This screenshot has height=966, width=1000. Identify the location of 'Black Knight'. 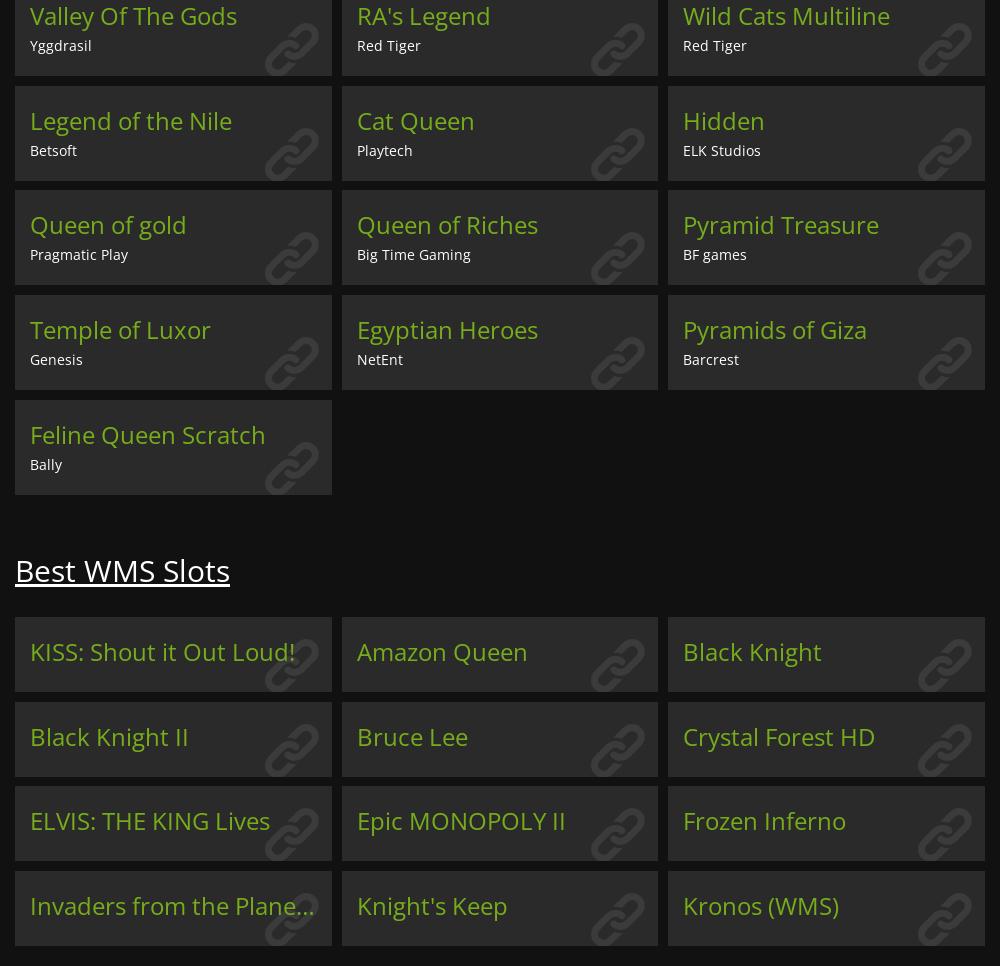
(752, 649).